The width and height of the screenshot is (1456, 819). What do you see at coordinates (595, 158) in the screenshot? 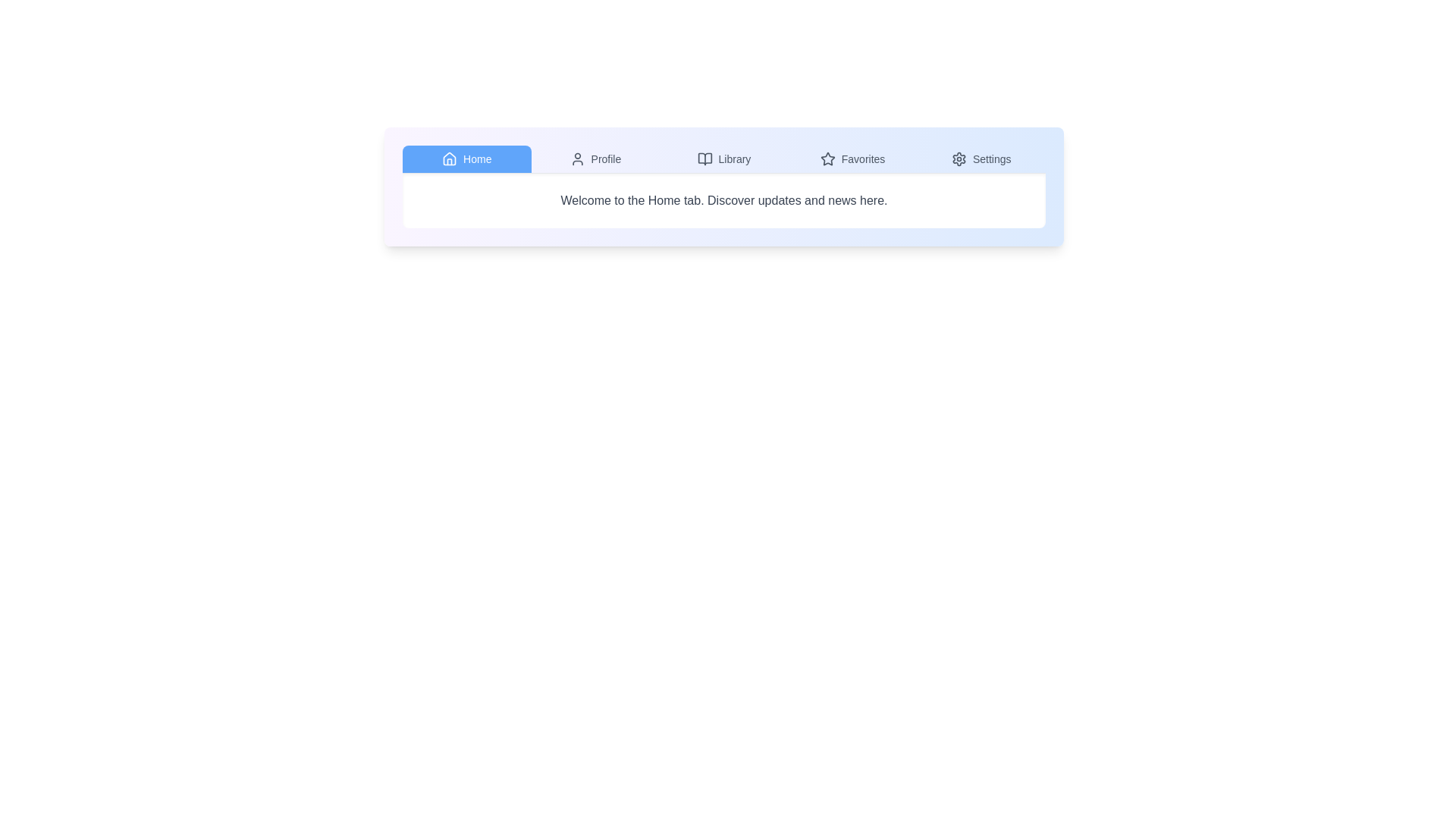
I see `the 'Profile' navigation tab located in the horizontal navigation bar at the top of the page to transition to the Profile section` at bounding box center [595, 158].